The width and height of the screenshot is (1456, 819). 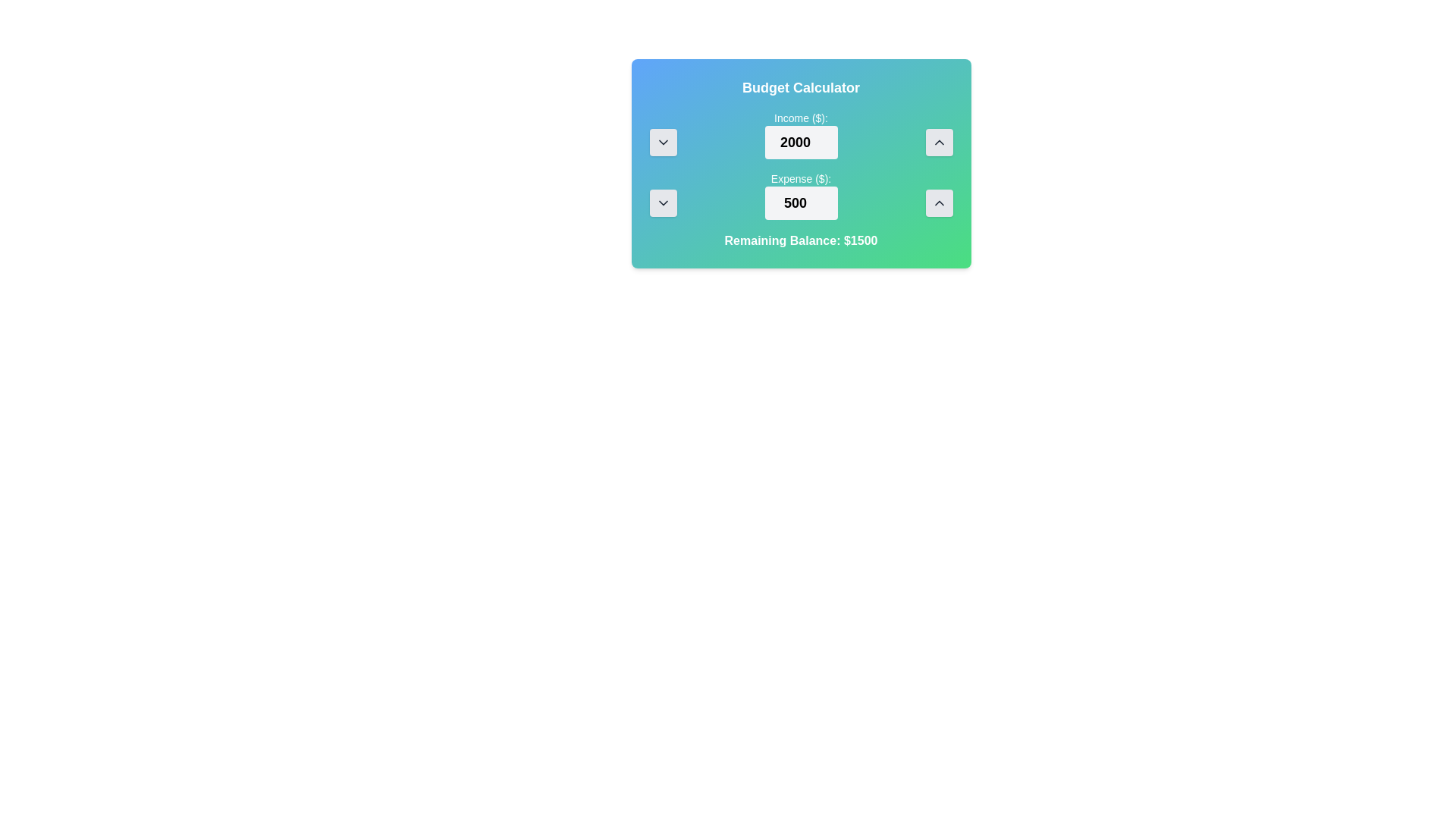 I want to click on the number input field used to specify the income amount in the budget calculator interface, located beneath the label 'Income ($):', so click(x=800, y=143).